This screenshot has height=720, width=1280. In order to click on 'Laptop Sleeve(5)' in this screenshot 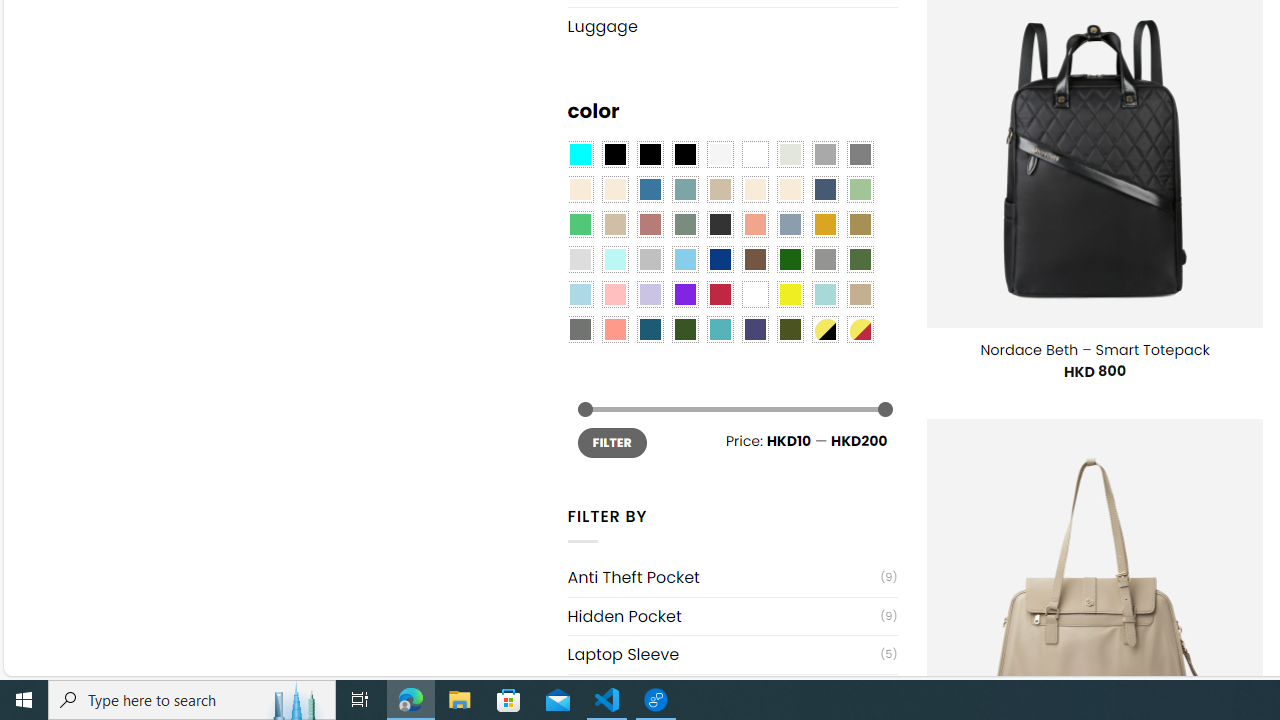, I will do `click(731, 654)`.